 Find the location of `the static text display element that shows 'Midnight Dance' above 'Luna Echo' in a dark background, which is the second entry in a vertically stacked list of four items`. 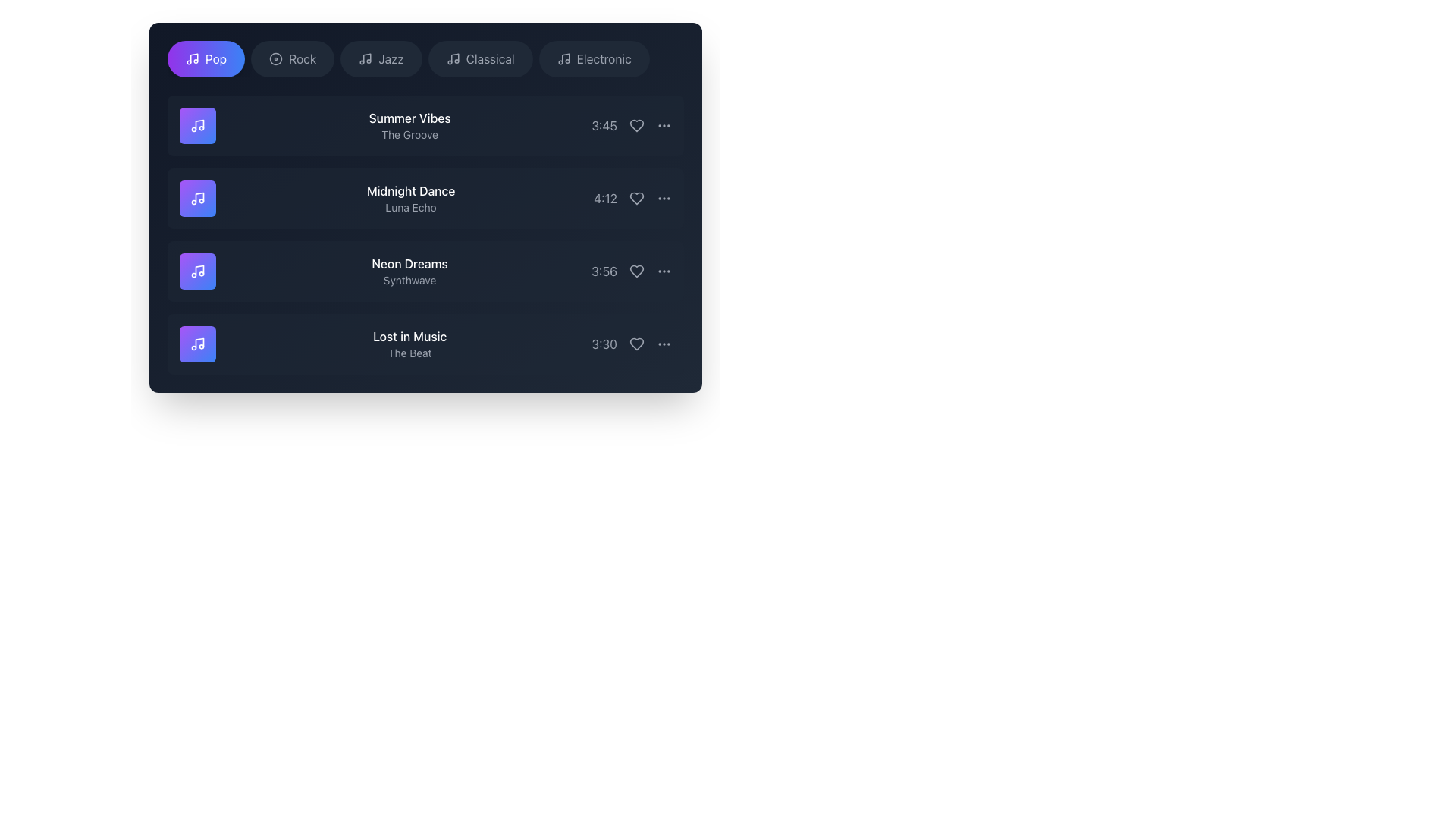

the static text display element that shows 'Midnight Dance' above 'Luna Echo' in a dark background, which is the second entry in a vertically stacked list of four items is located at coordinates (411, 198).